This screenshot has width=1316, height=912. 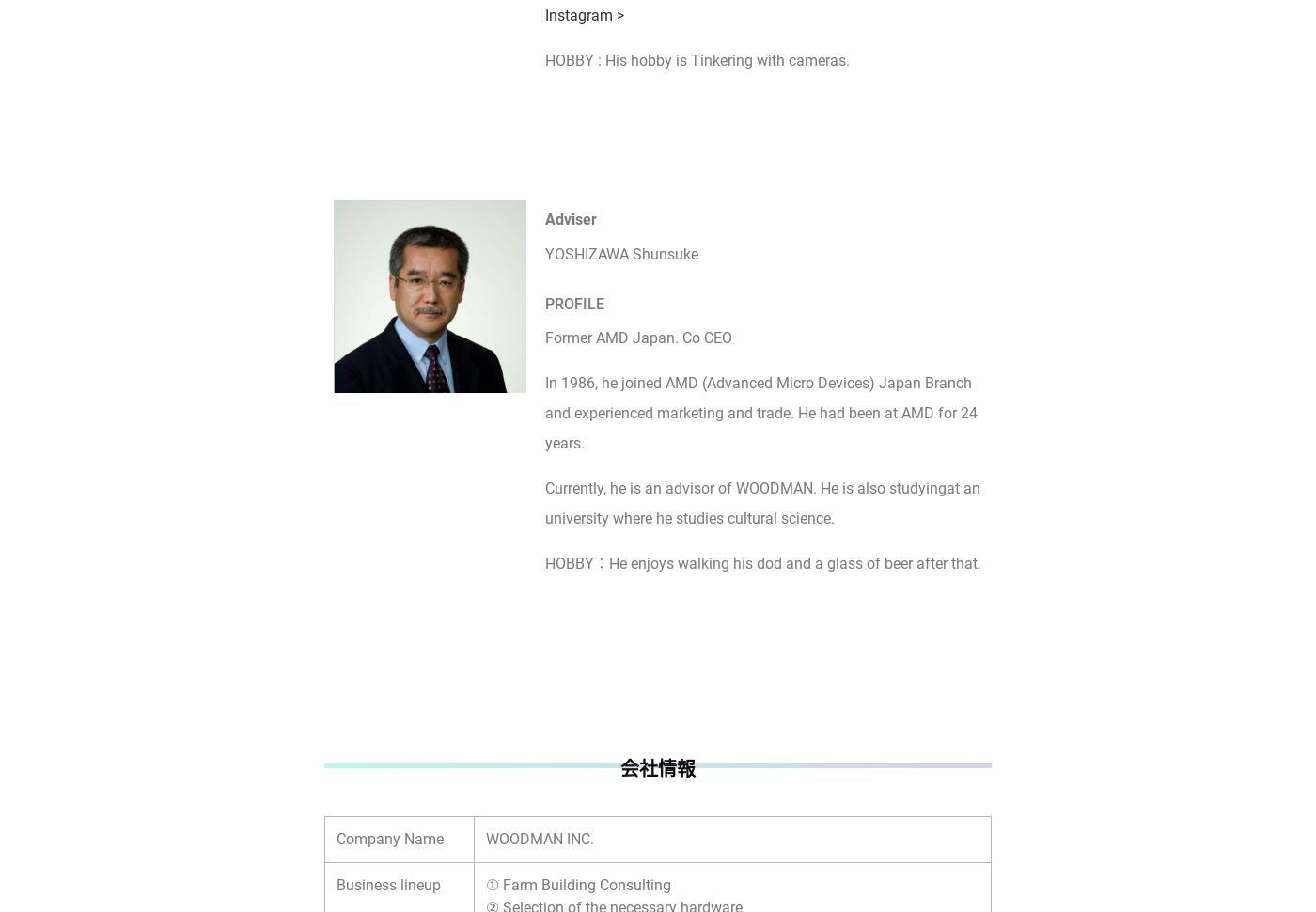 I want to click on 'Adviser', so click(x=571, y=218).